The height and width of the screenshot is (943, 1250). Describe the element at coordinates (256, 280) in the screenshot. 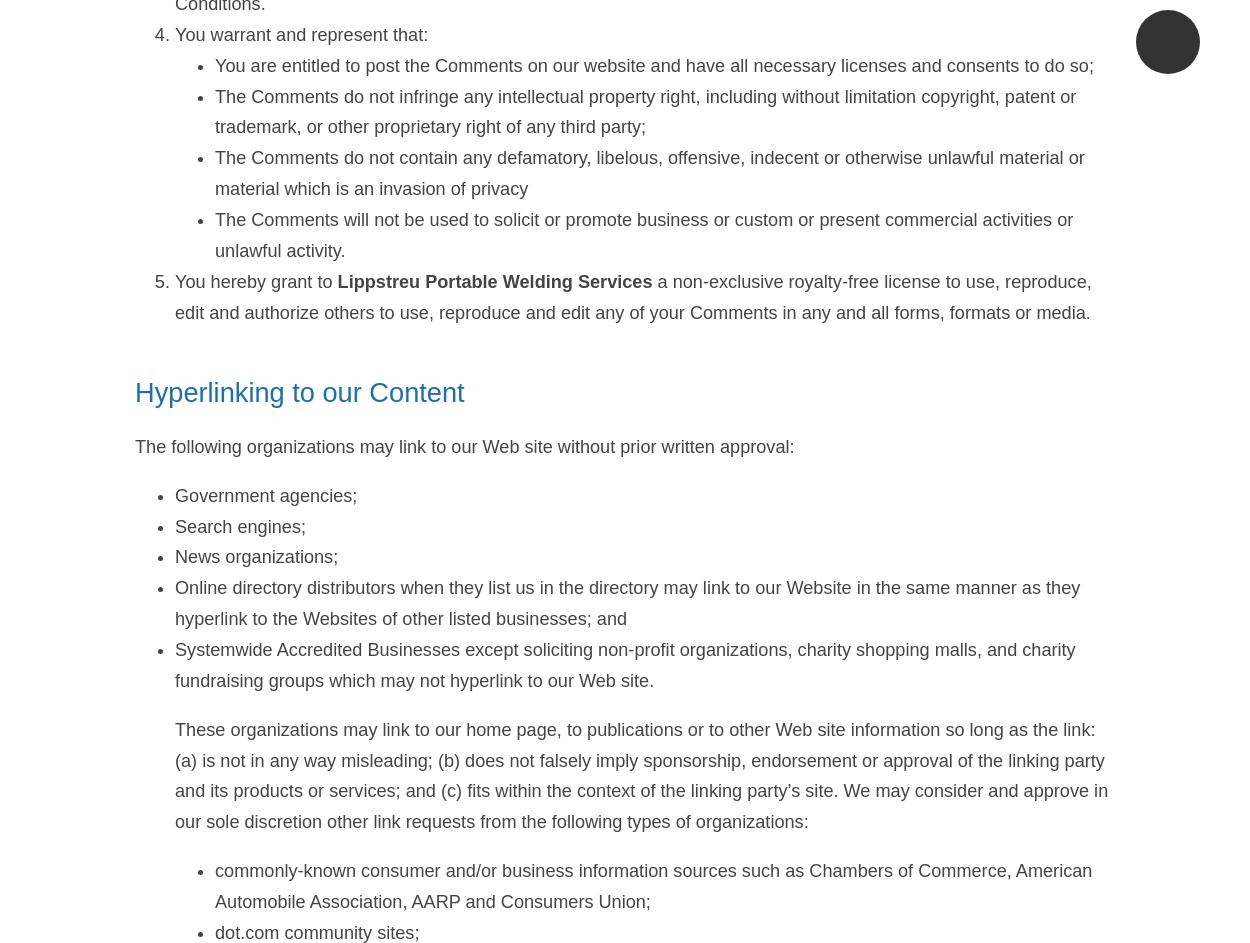

I see `'You hereby grant to'` at that location.